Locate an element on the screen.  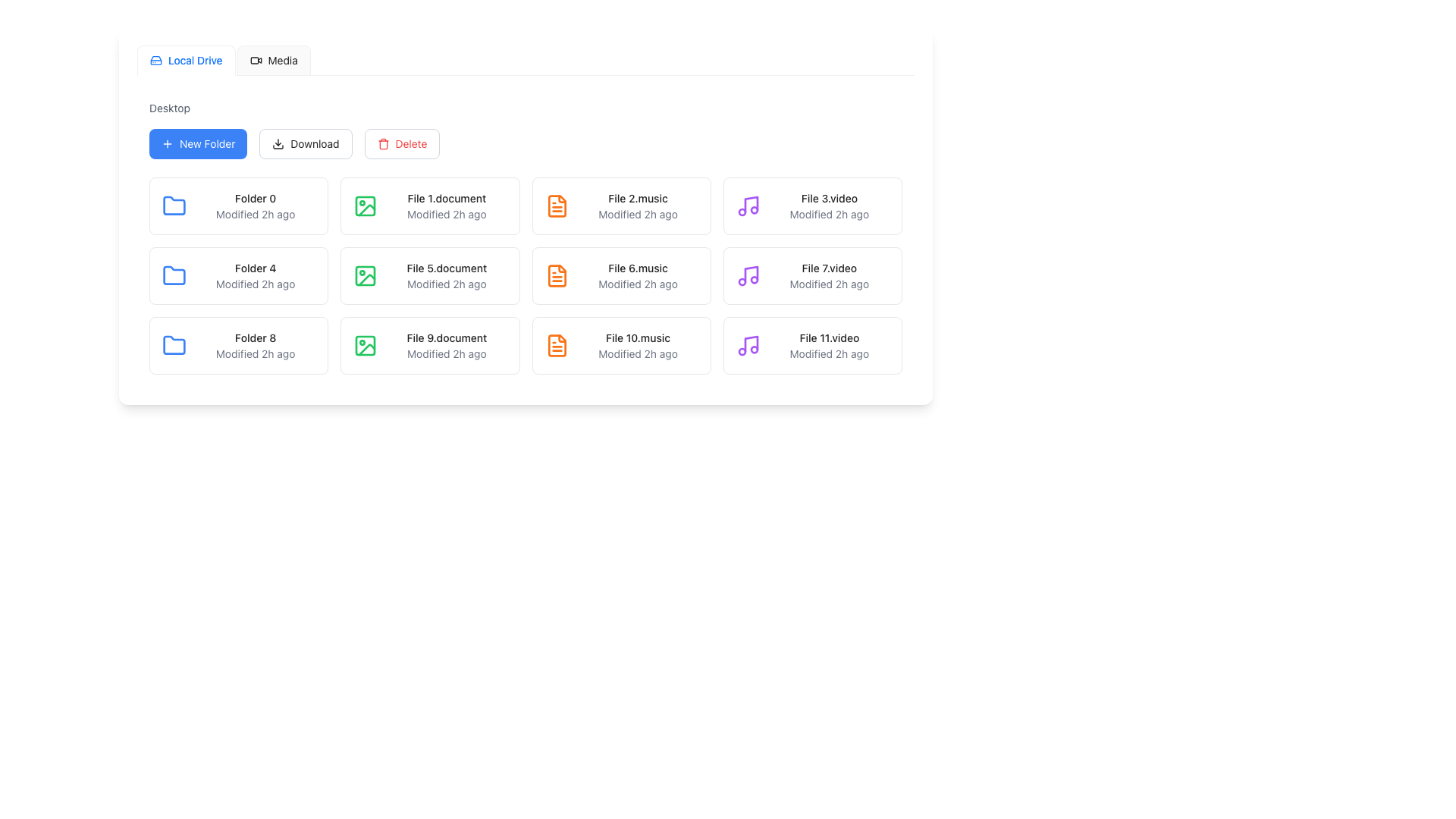
the download icon located on the left side of the 'Download' button in the toolbar area is located at coordinates (278, 143).